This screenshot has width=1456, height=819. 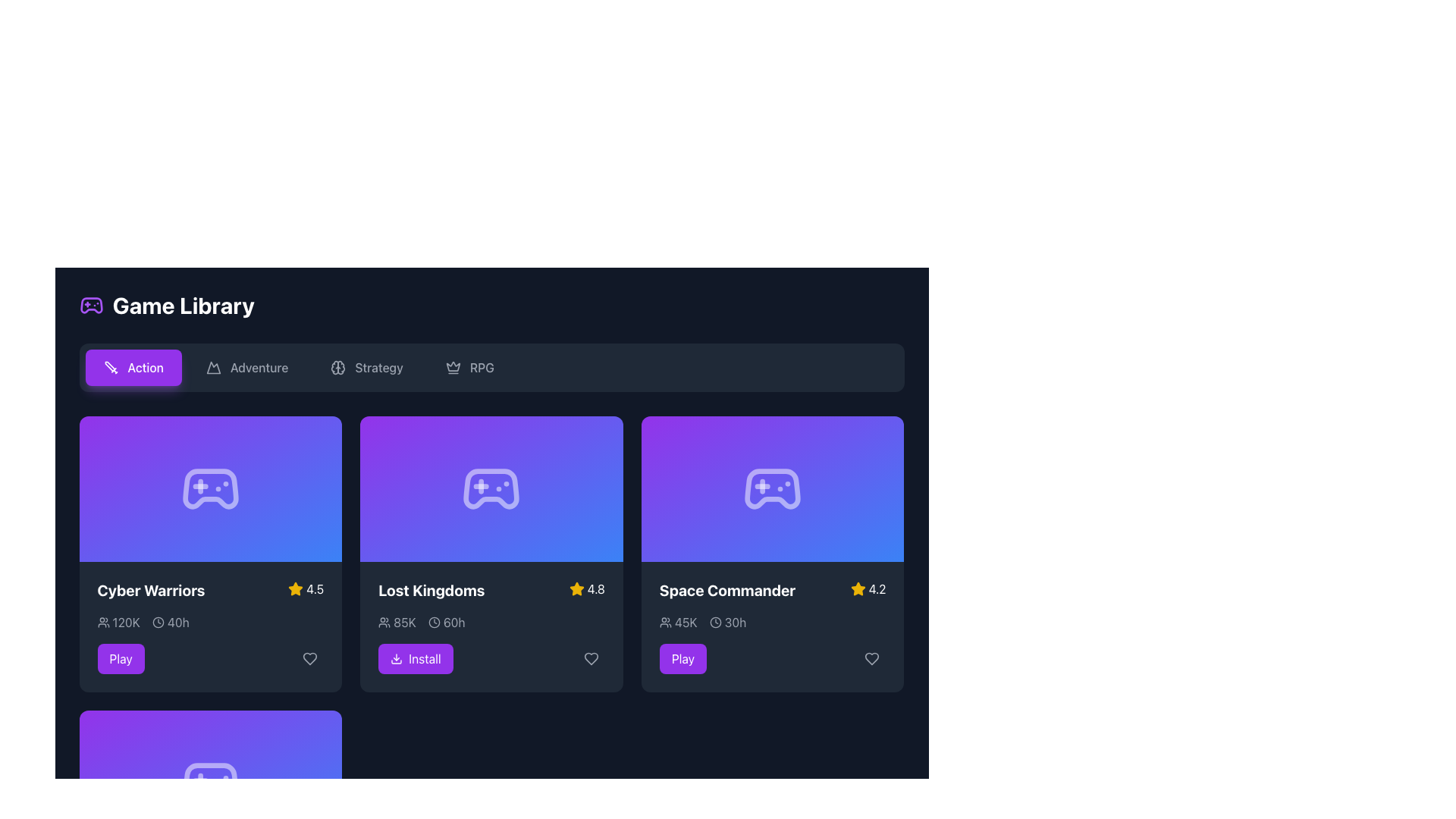 I want to click on the 'Install' button with a purple background and white text located in the bottom-right corner of the 'Lost Kingdoms' card, so click(x=416, y=657).